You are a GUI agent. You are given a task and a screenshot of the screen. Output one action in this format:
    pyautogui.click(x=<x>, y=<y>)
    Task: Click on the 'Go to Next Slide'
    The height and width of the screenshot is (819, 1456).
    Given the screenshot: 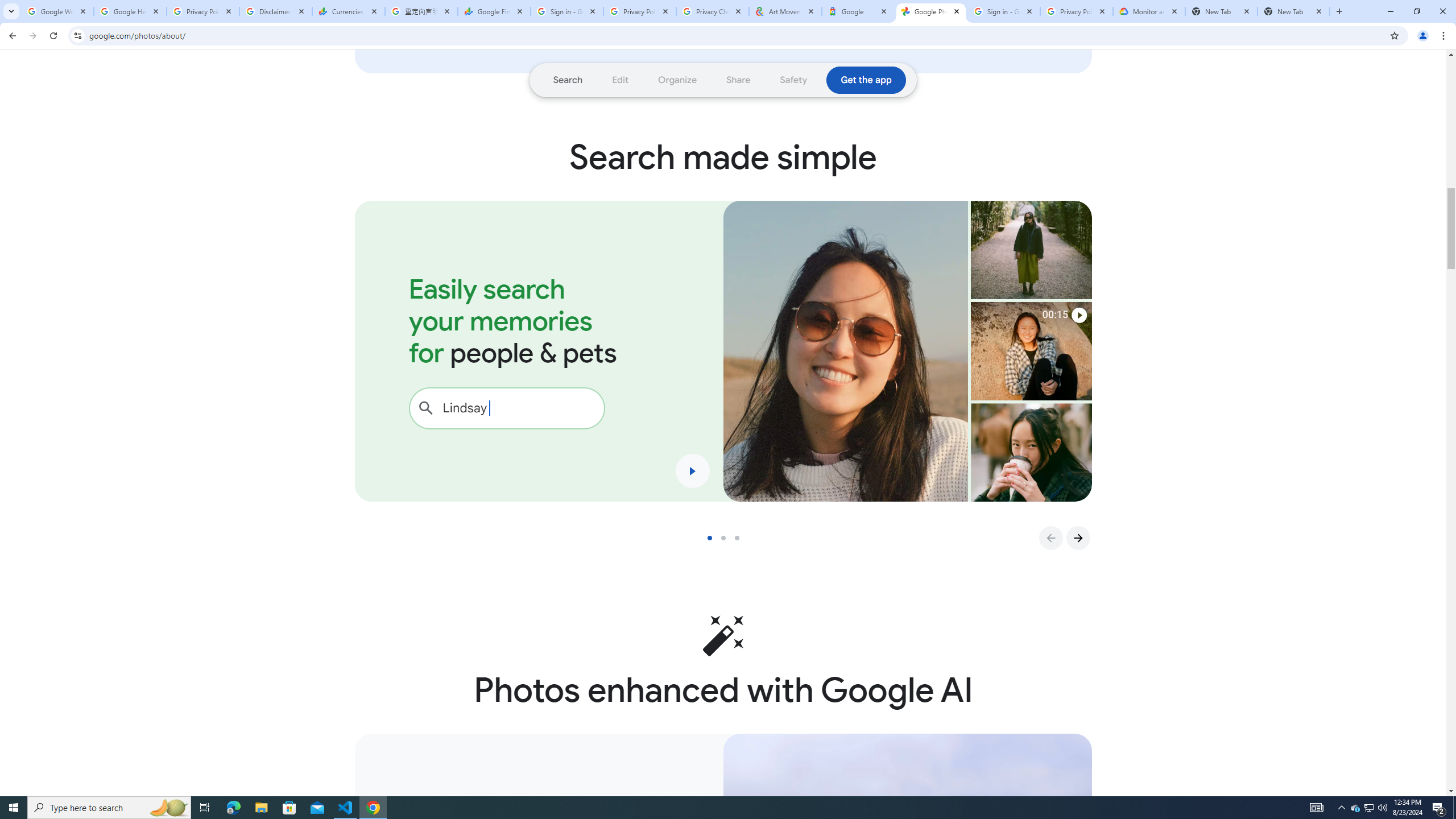 What is the action you would take?
    pyautogui.click(x=1078, y=537)
    